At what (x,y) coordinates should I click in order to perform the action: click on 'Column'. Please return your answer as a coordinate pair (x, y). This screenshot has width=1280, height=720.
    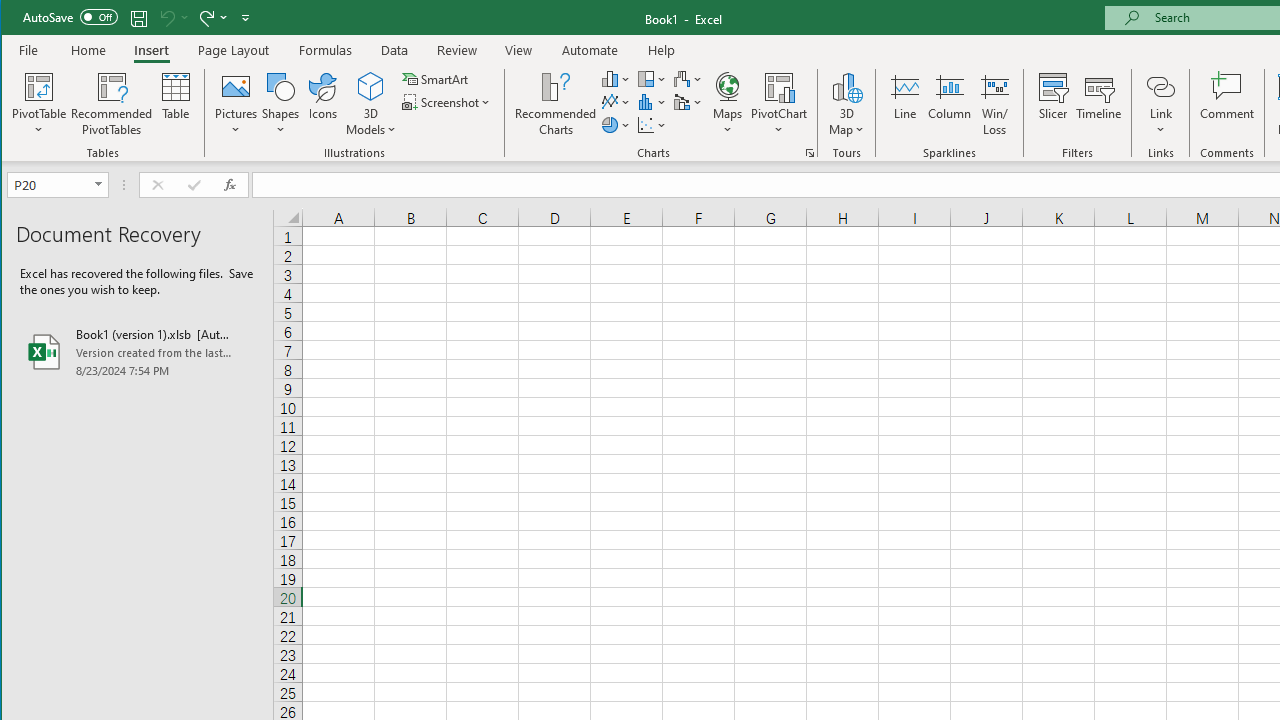
    Looking at the image, I should click on (948, 104).